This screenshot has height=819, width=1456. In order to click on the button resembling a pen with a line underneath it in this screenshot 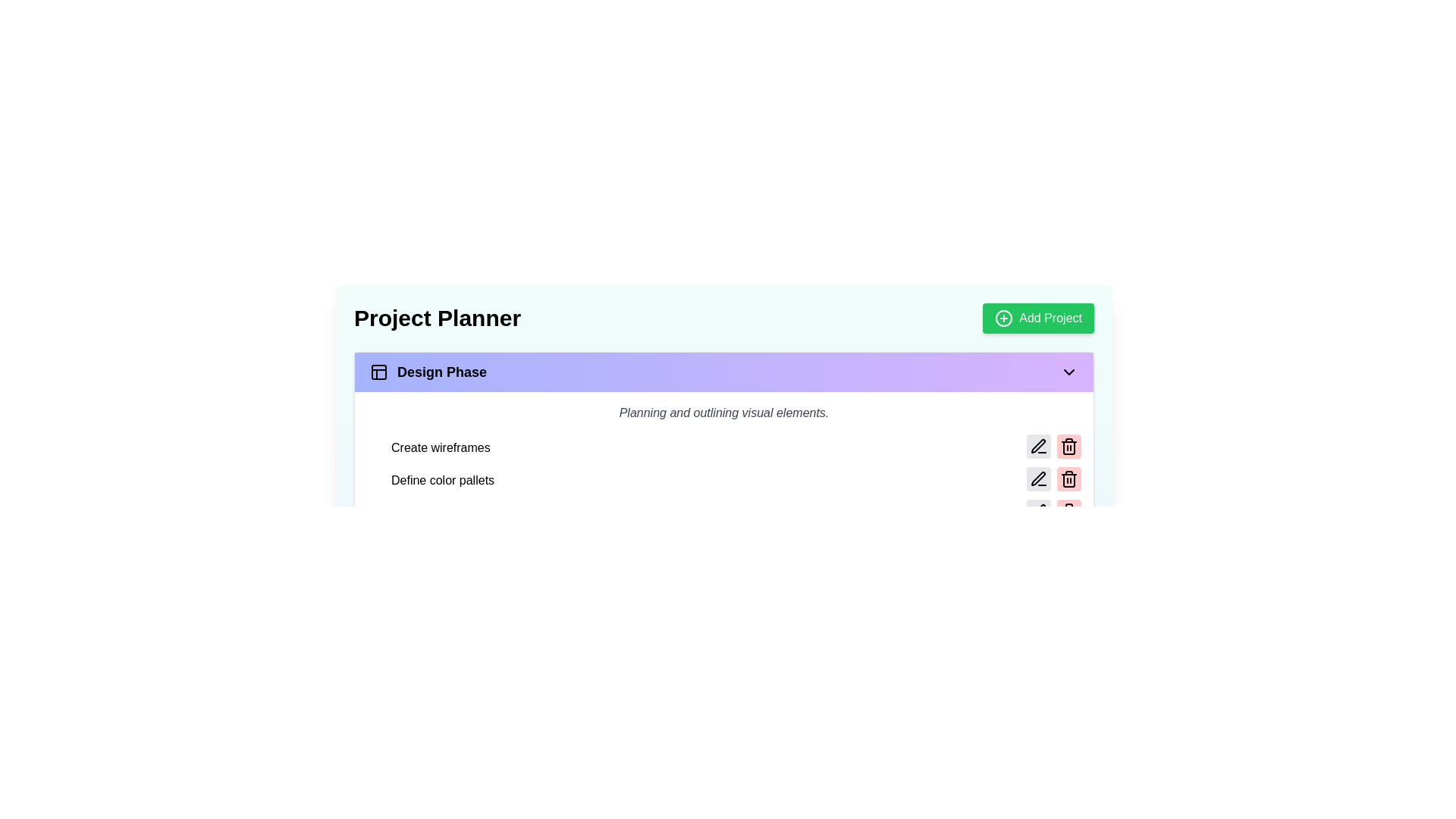, I will do `click(1037, 479)`.